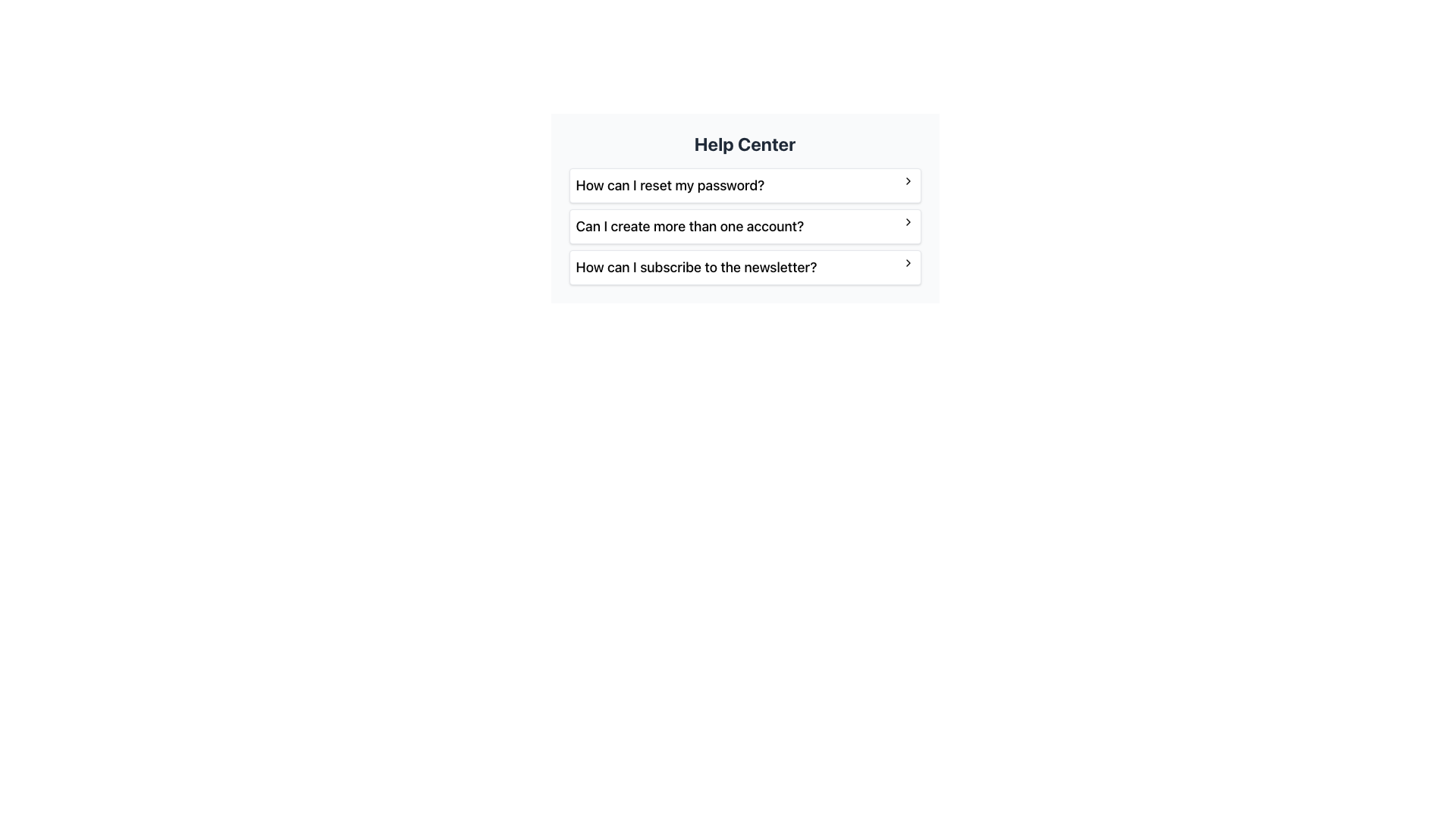 Image resolution: width=1456 pixels, height=819 pixels. Describe the element at coordinates (745, 227) in the screenshot. I see `one of the questions in the vertical list of clickable items styled as cards with a white background, located below the 'Help Center' heading` at that location.